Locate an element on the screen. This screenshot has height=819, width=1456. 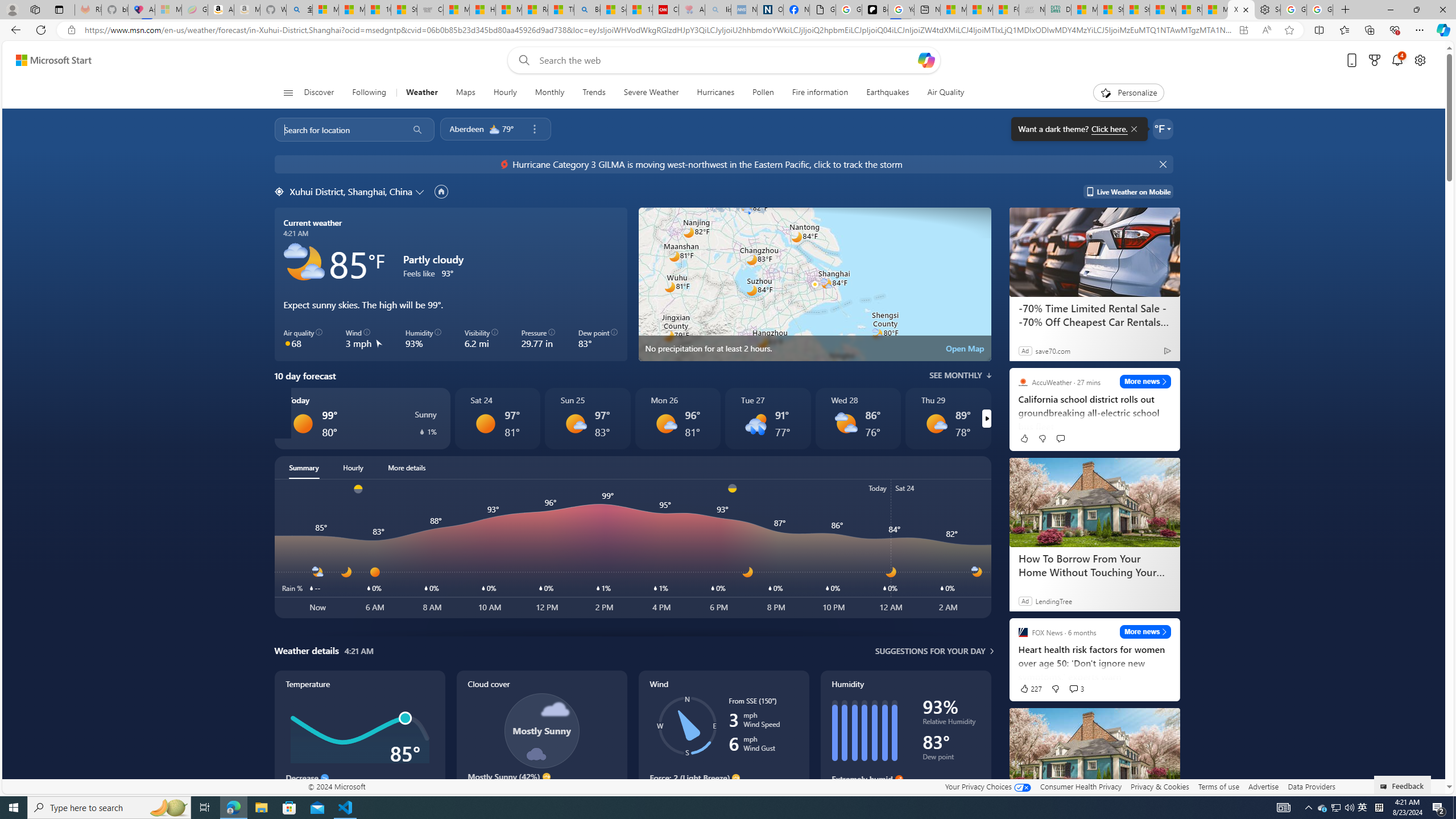
'Earthquakes' is located at coordinates (888, 92).